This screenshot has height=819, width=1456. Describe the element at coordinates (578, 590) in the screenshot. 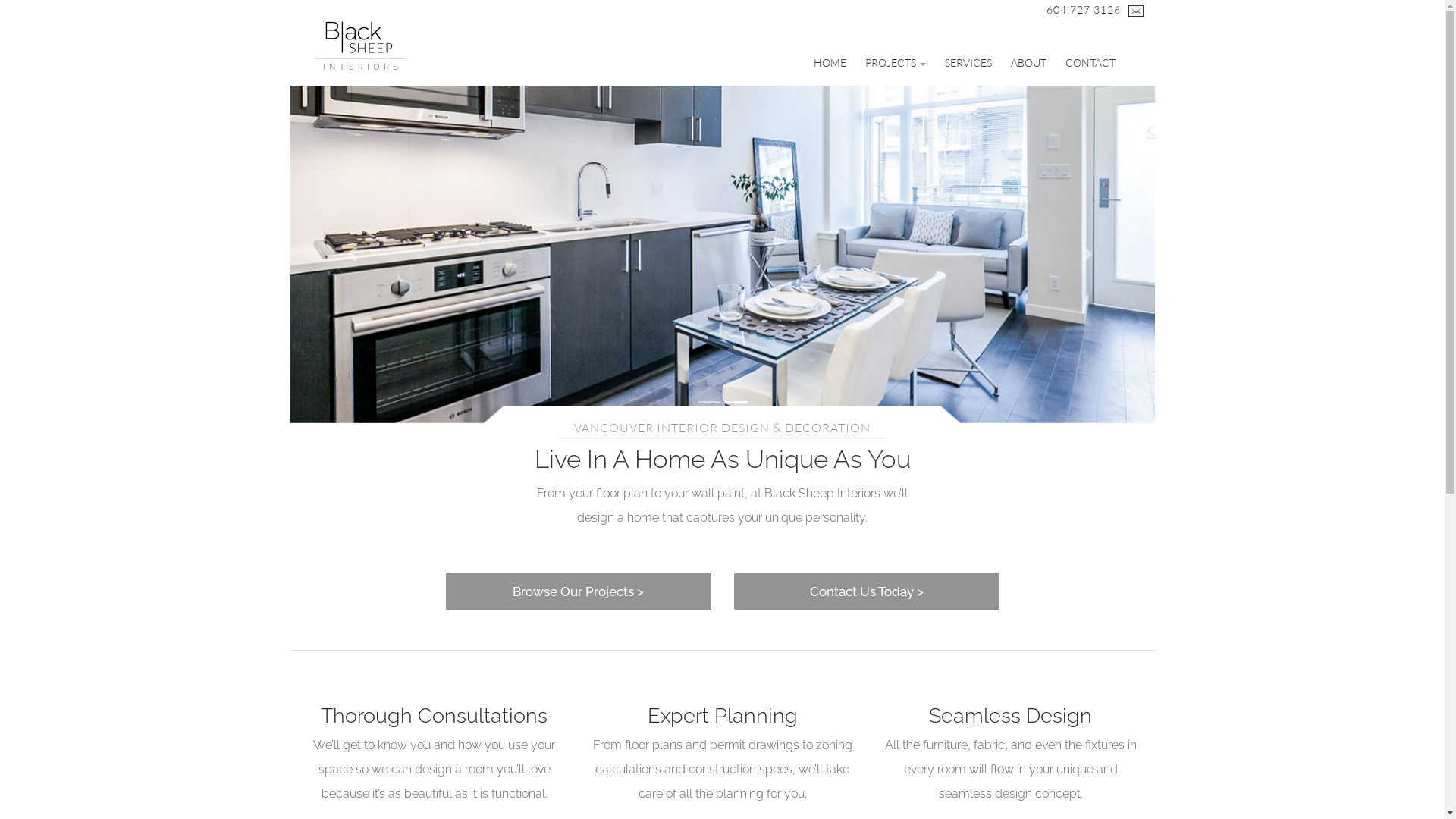

I see `'Browse Our Projects >'` at that location.